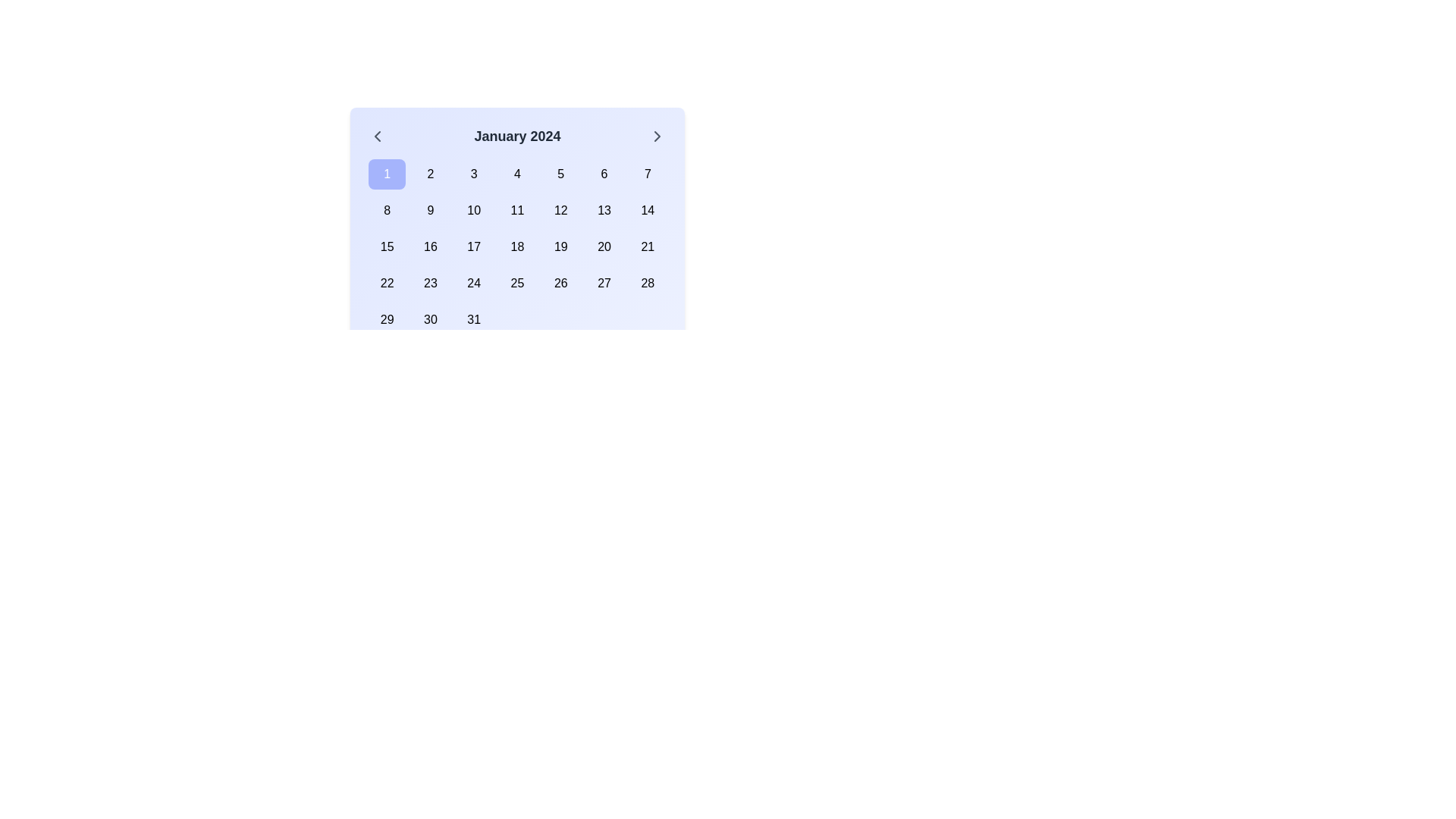  What do you see at coordinates (657, 136) in the screenshot?
I see `the right-facing chevron icon` at bounding box center [657, 136].